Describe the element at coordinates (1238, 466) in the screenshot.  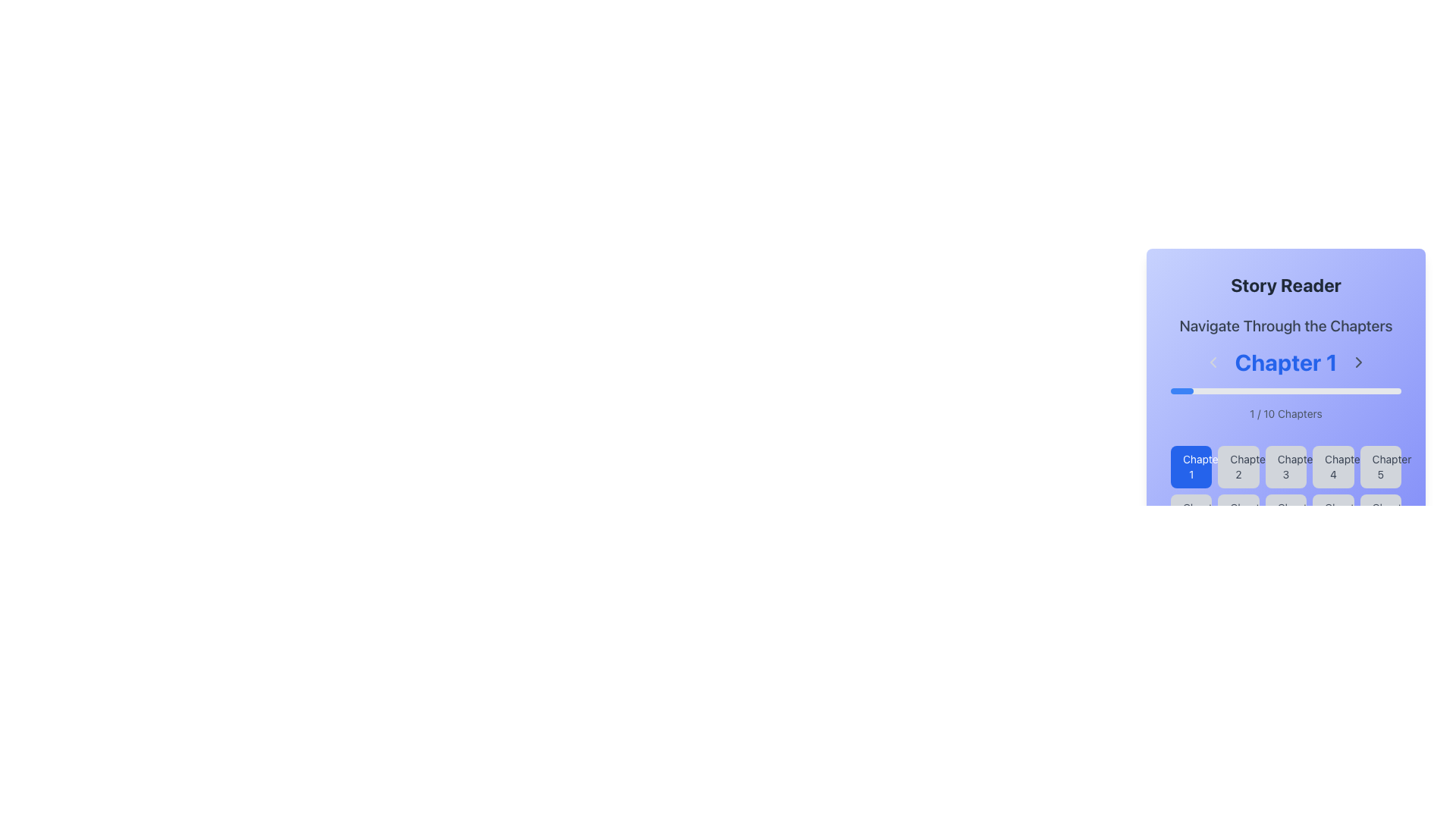
I see `the 'Chapter 2' button, which is a rectangular button with a light gray background and darker gray text` at that location.